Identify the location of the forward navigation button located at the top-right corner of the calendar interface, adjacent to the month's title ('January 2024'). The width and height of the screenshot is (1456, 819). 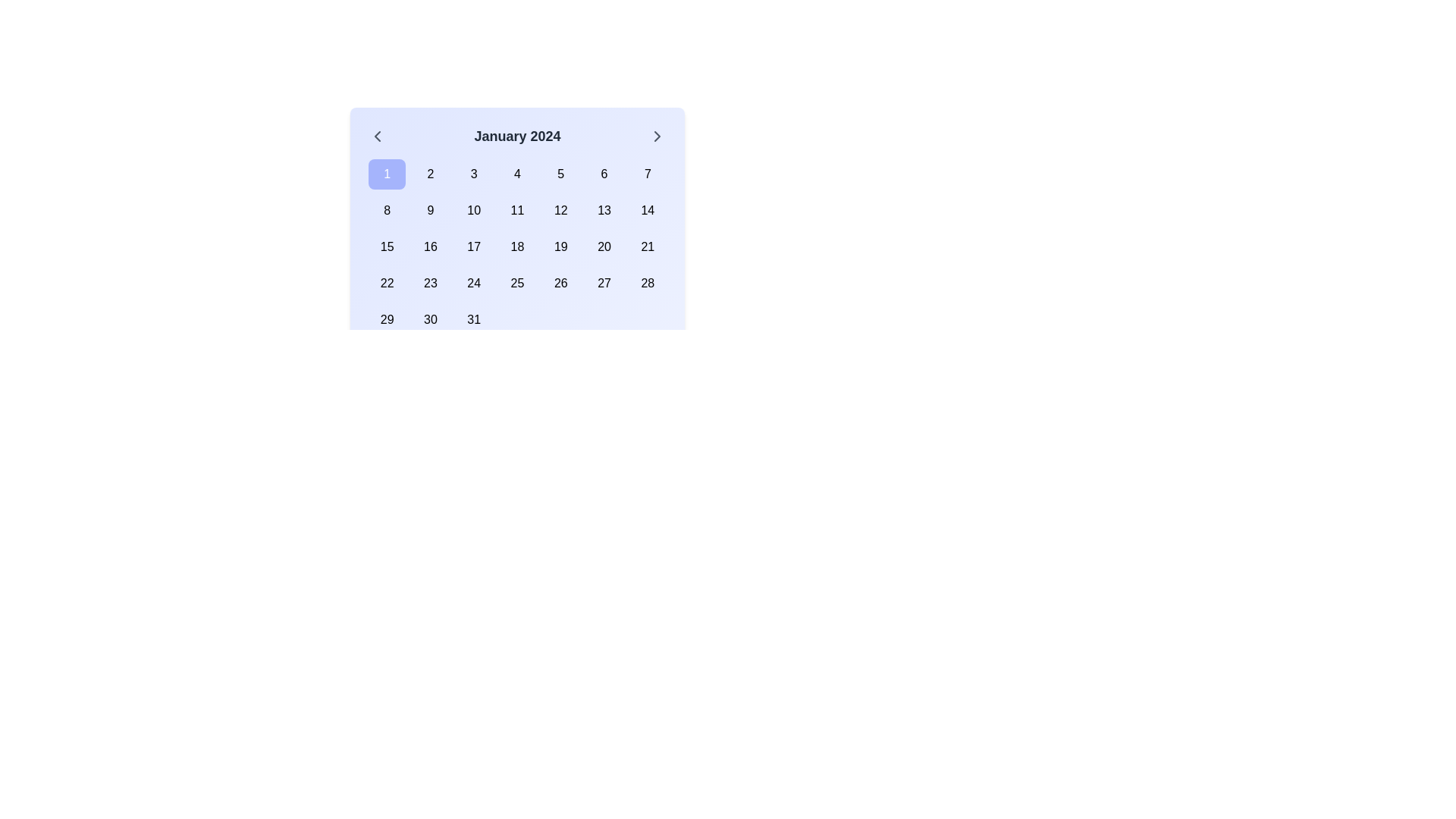
(657, 136).